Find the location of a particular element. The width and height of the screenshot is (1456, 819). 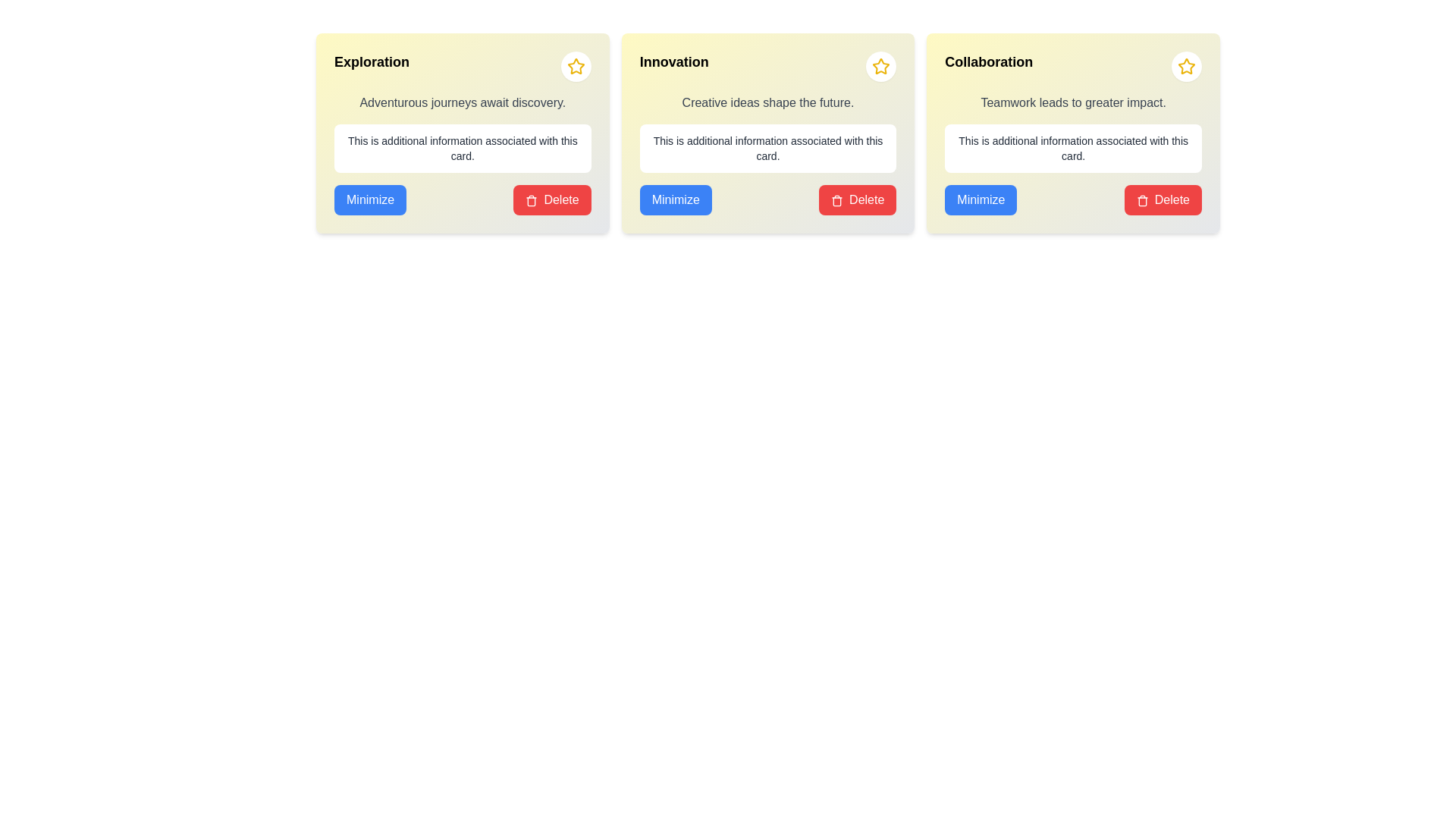

the delete icon within the red 'Delete' button at the bottom right of the 'Collaboration' card is located at coordinates (1142, 199).